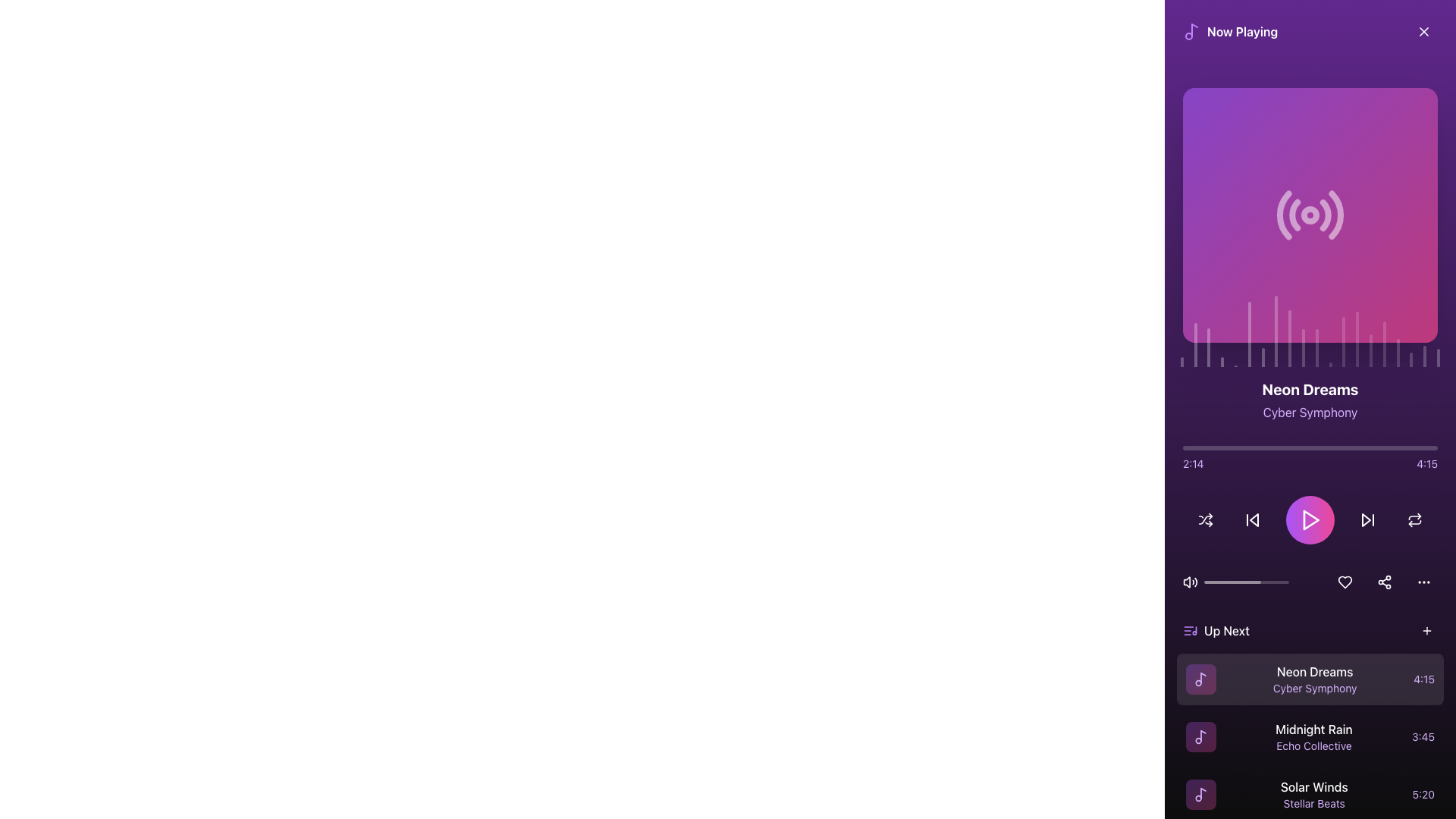 Image resolution: width=1456 pixels, height=819 pixels. What do you see at coordinates (1216, 631) in the screenshot?
I see `the text label for the 'Up Next' section, which indicates upcoming media items in a playlist or queue` at bounding box center [1216, 631].